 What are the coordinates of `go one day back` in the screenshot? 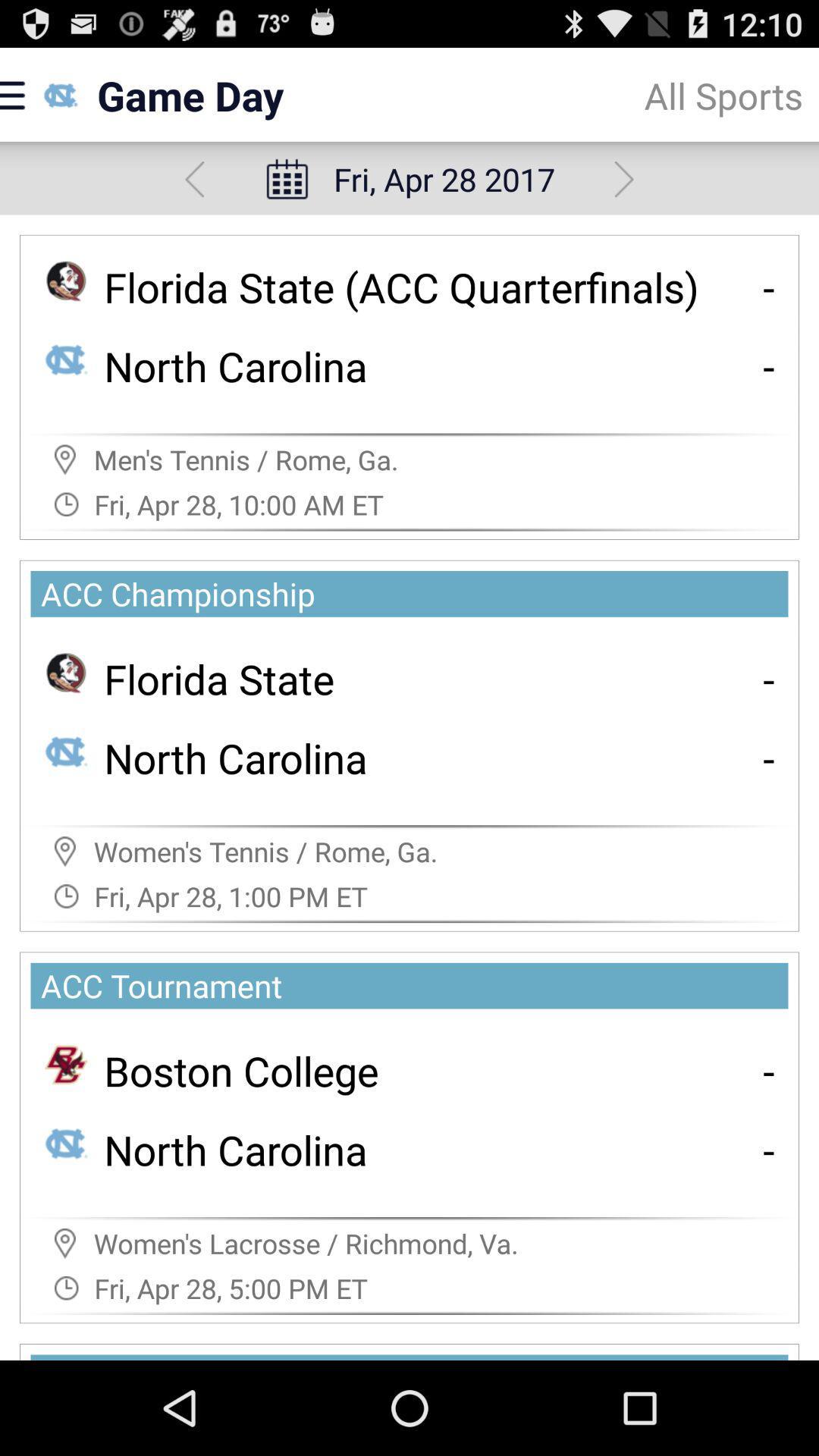 It's located at (193, 179).